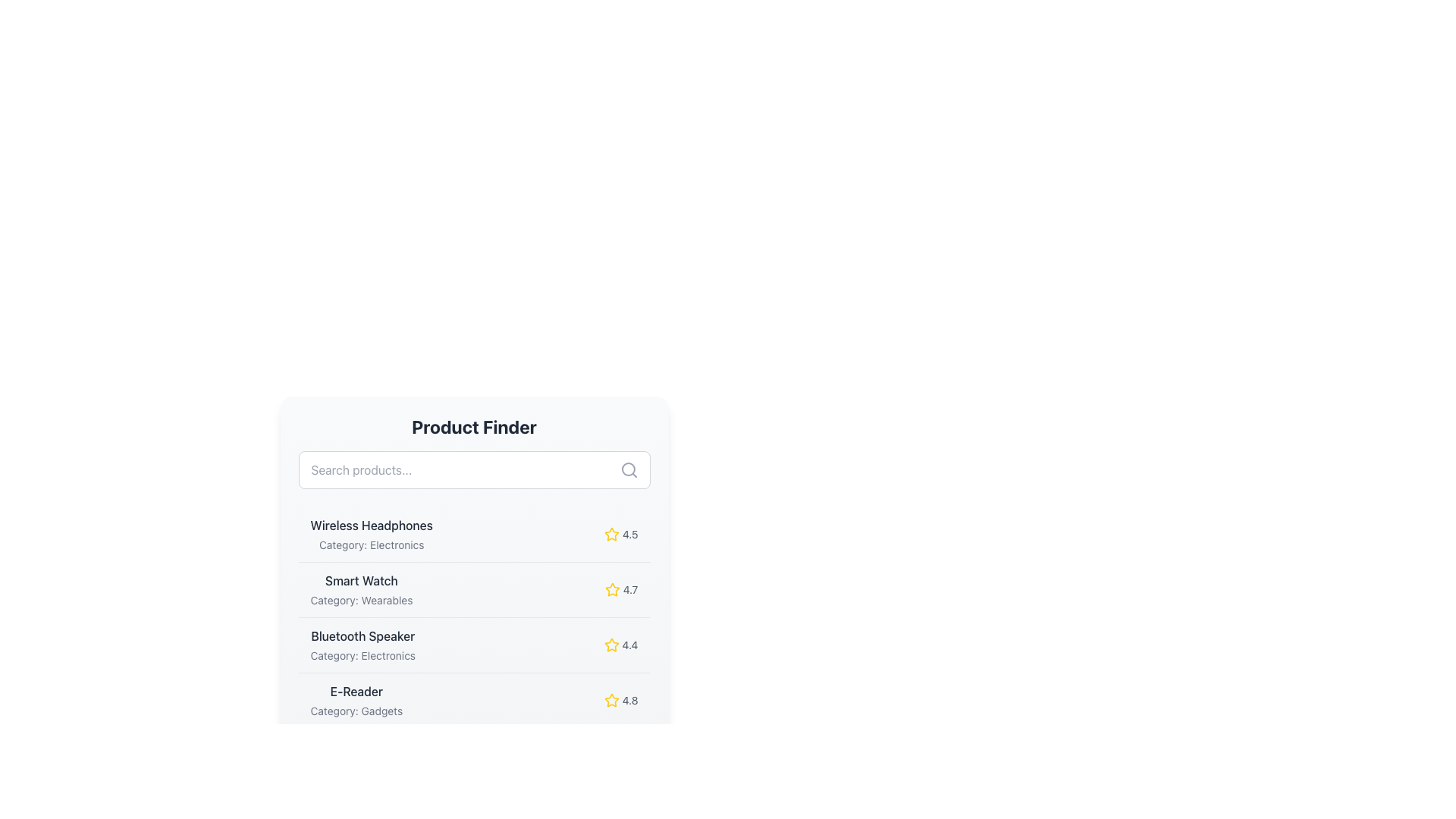  Describe the element at coordinates (473, 645) in the screenshot. I see `the third entry labeled 'Bluetooth Speaker' in the 'Product Finder' list, which is styled with a gray color scheme and divided by horizontal lines` at that location.